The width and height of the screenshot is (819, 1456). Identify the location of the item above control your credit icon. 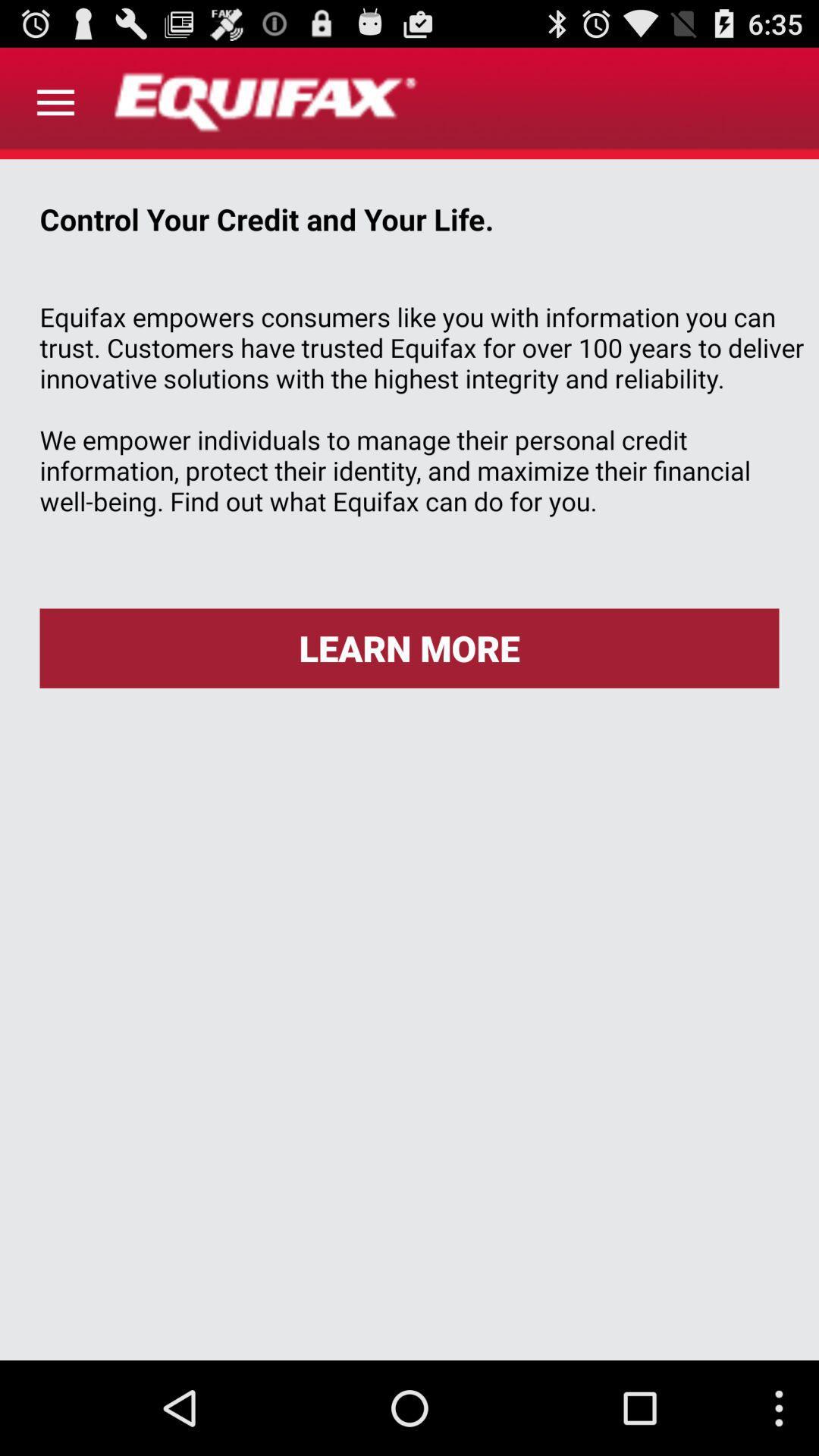
(55, 102).